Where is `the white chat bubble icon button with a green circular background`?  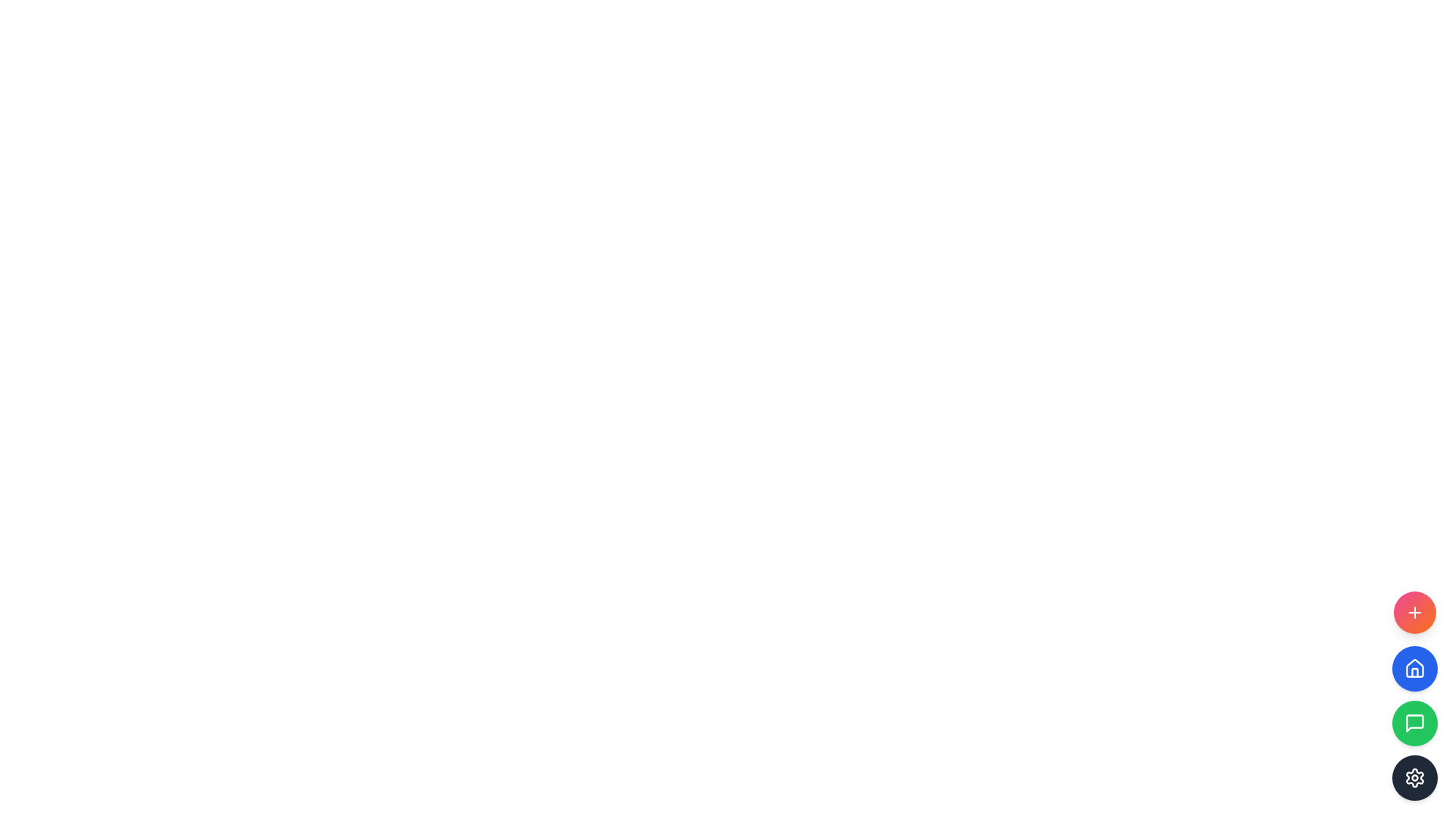 the white chat bubble icon button with a green circular background is located at coordinates (1414, 722).